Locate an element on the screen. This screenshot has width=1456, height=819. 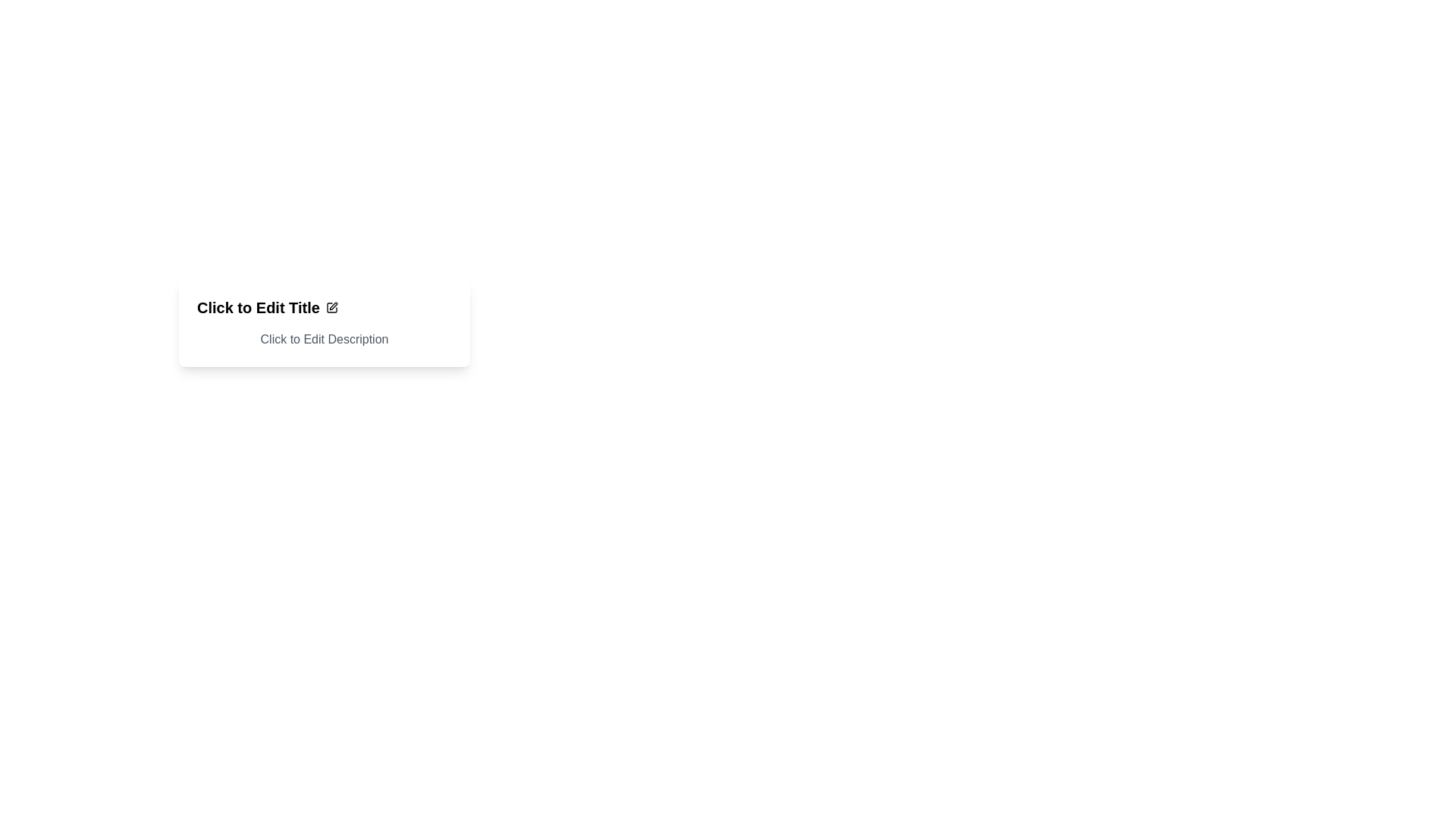
prominently styled text label that says 'Click to Edit Title', which is designed to catch attention and is aligned with a pencil icon for editing functionality is located at coordinates (258, 307).